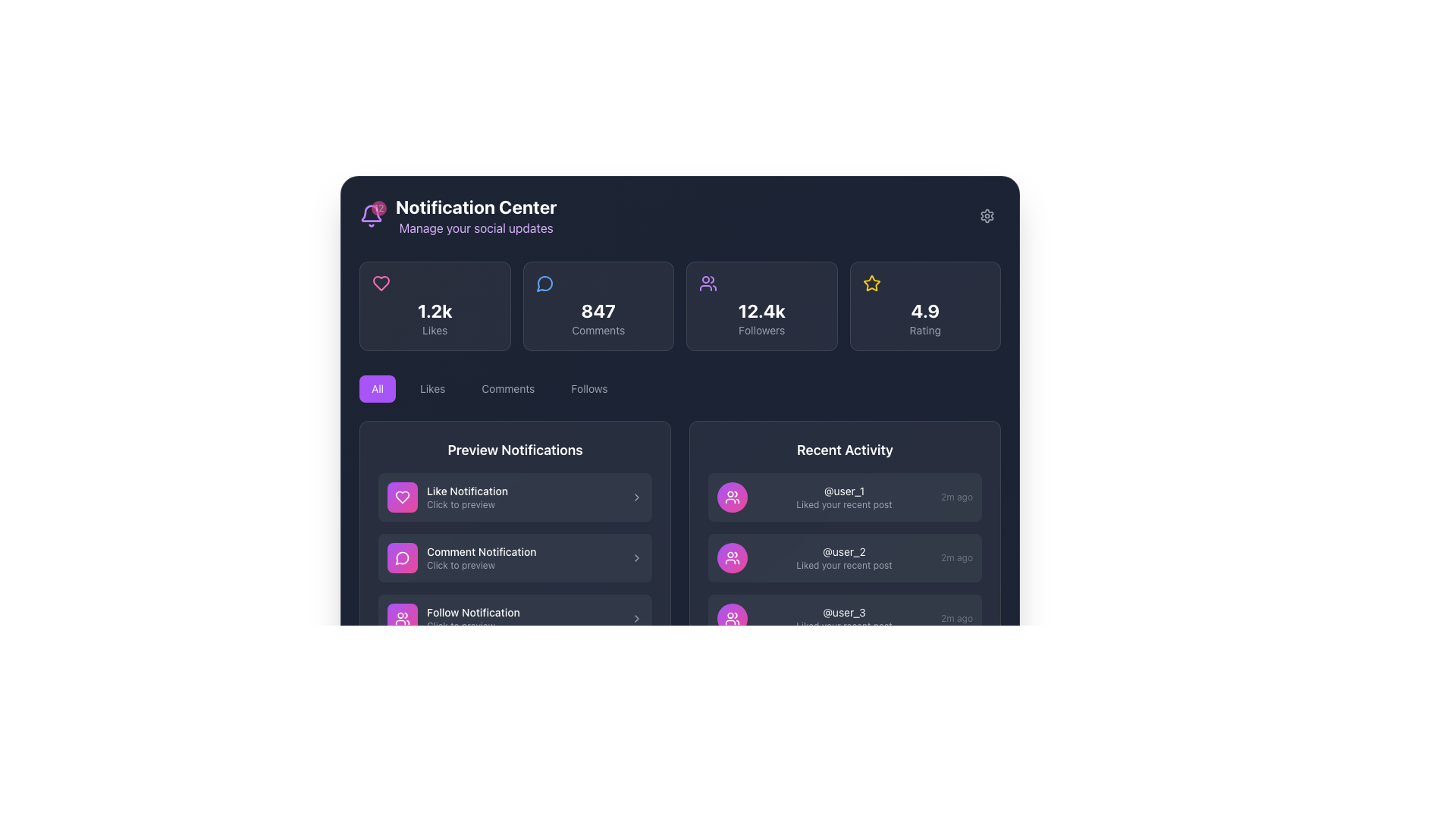 The width and height of the screenshot is (1456, 819). What do you see at coordinates (431, 388) in the screenshot?
I see `the 'Likes' button in the navigation bar` at bounding box center [431, 388].